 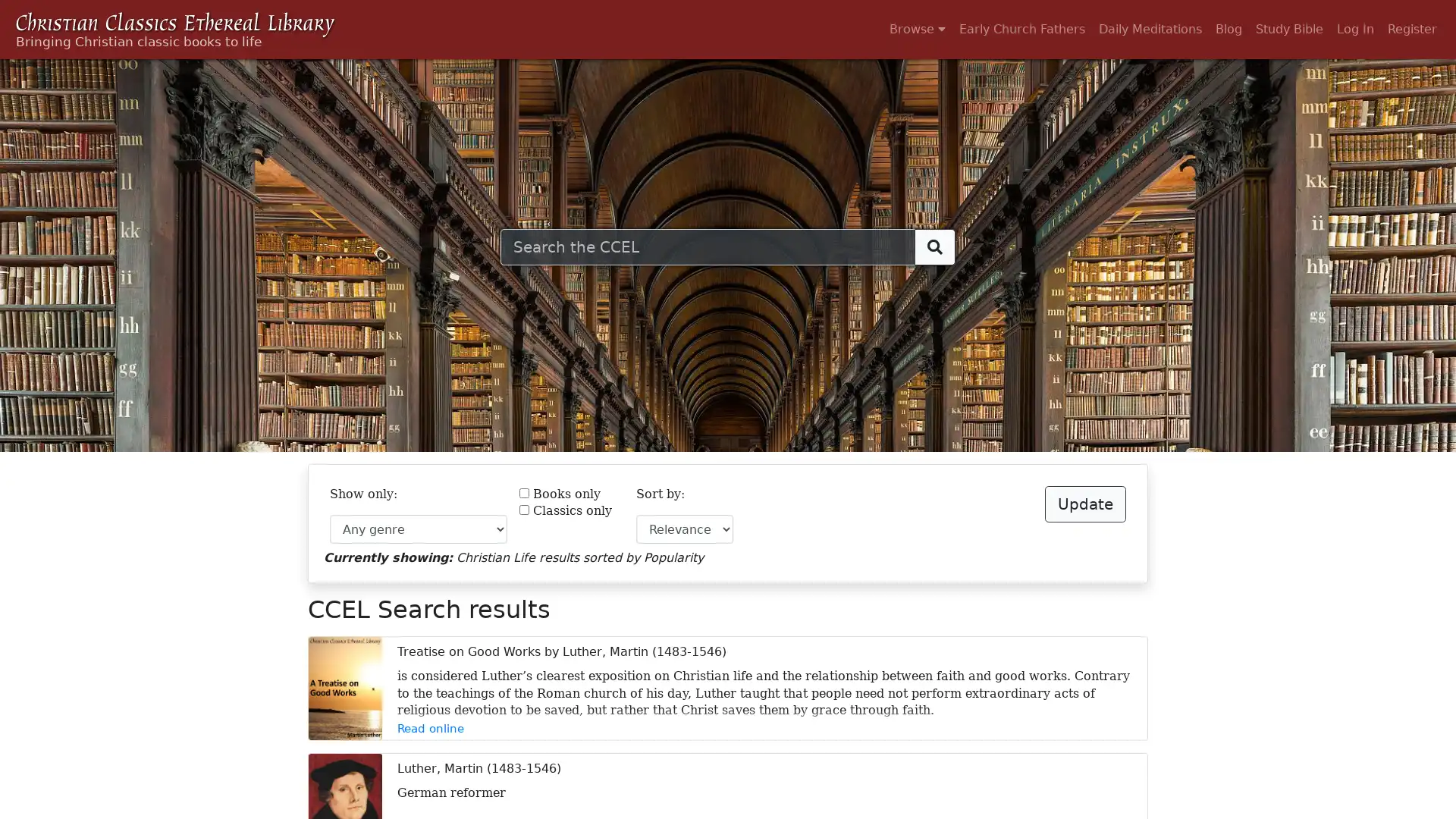 I want to click on Update, so click(x=1084, y=504).